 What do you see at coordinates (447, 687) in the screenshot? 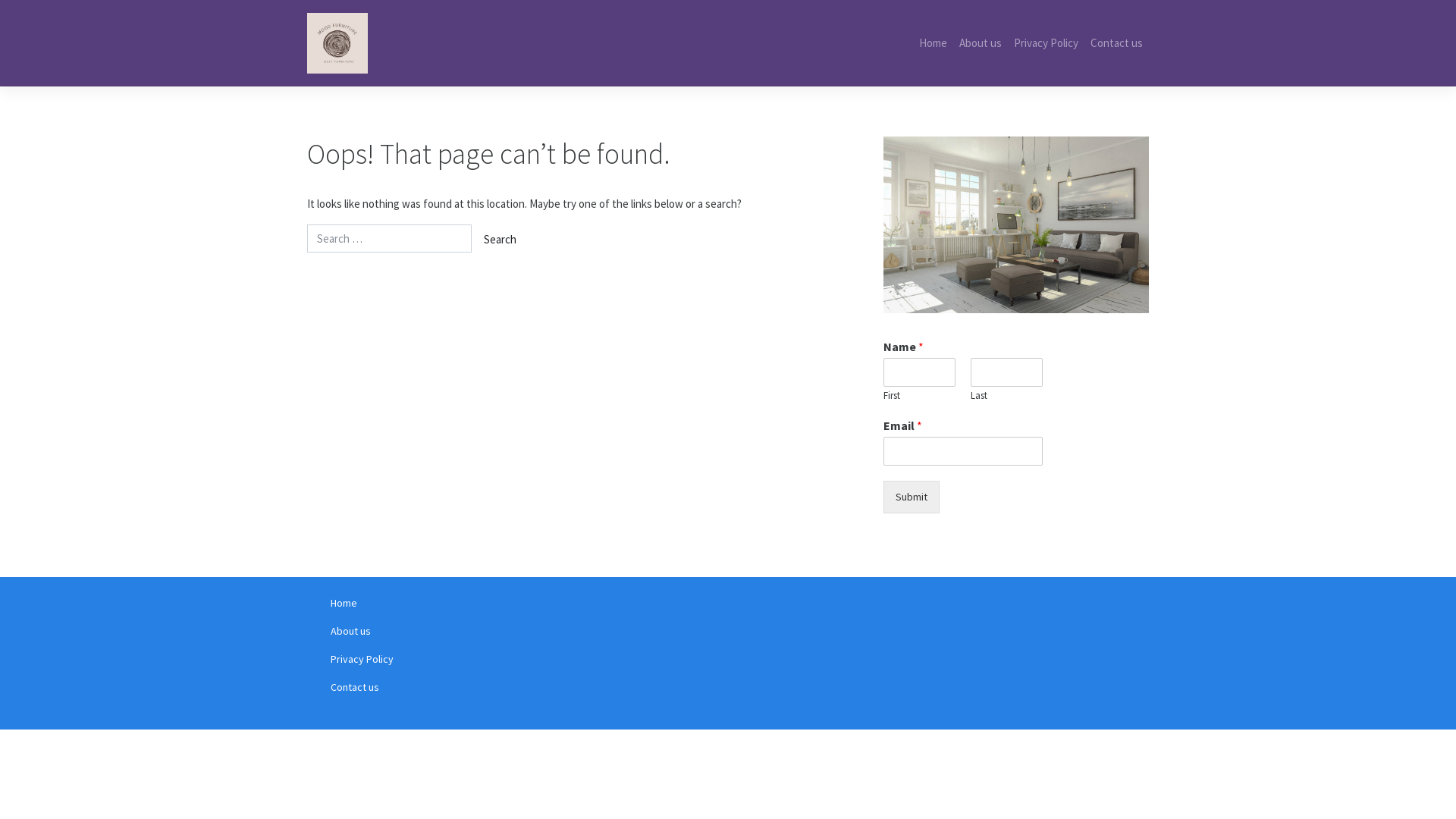
I see `'Contact us'` at bounding box center [447, 687].